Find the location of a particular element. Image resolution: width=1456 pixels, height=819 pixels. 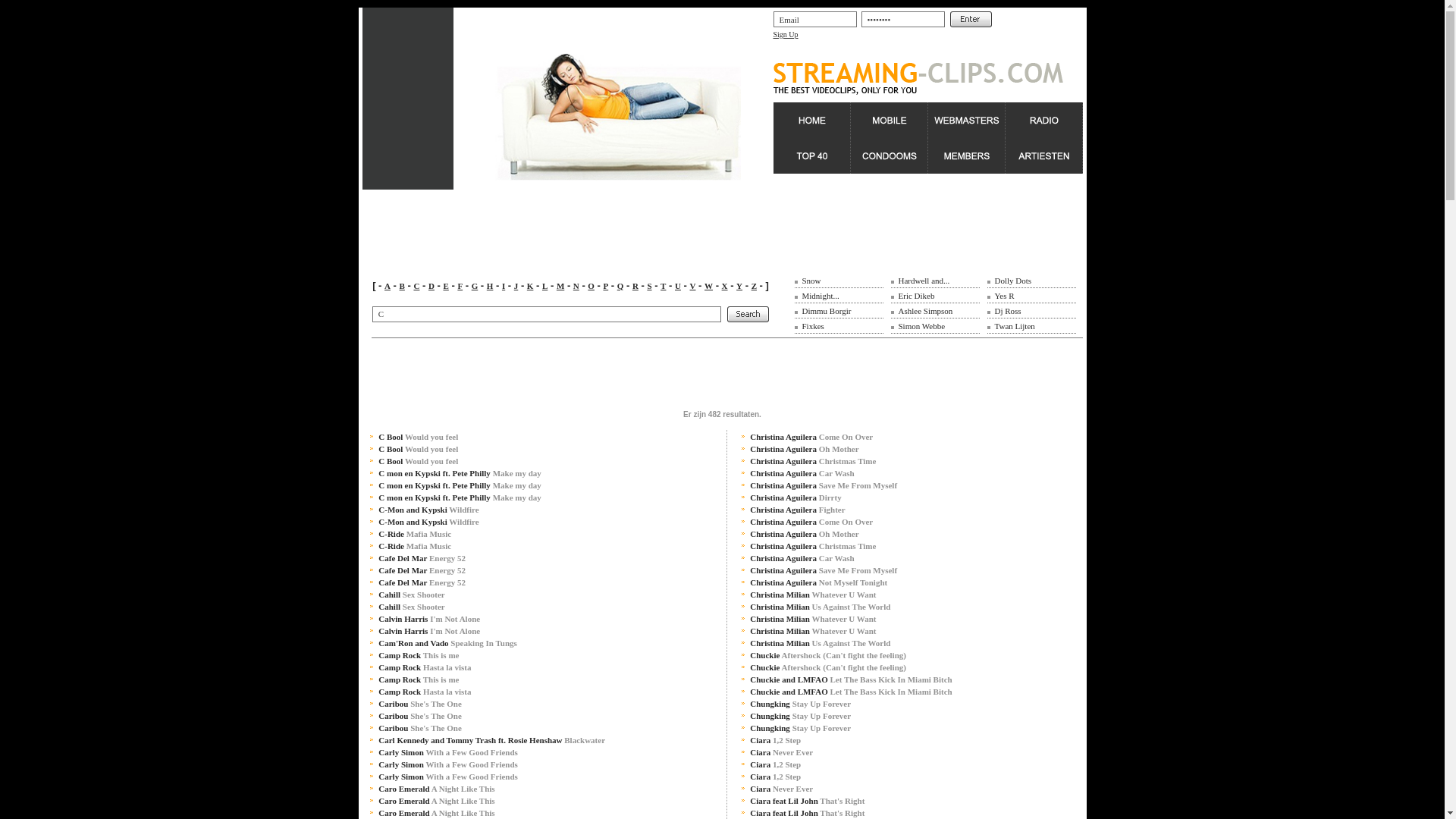

'Christina Aguilera Oh Mother' is located at coordinates (803, 533).